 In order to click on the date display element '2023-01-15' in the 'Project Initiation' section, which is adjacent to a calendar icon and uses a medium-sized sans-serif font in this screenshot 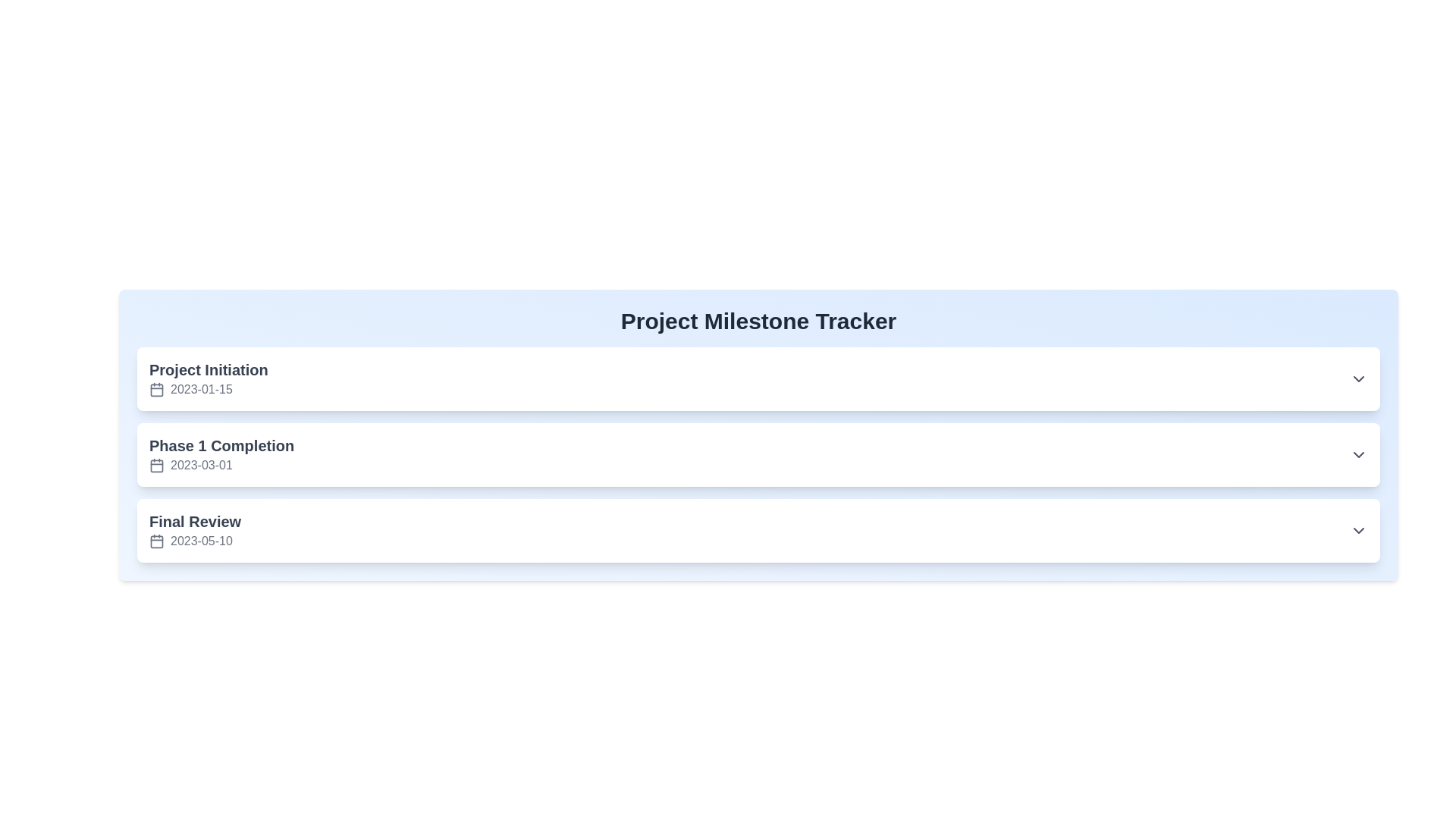, I will do `click(200, 388)`.